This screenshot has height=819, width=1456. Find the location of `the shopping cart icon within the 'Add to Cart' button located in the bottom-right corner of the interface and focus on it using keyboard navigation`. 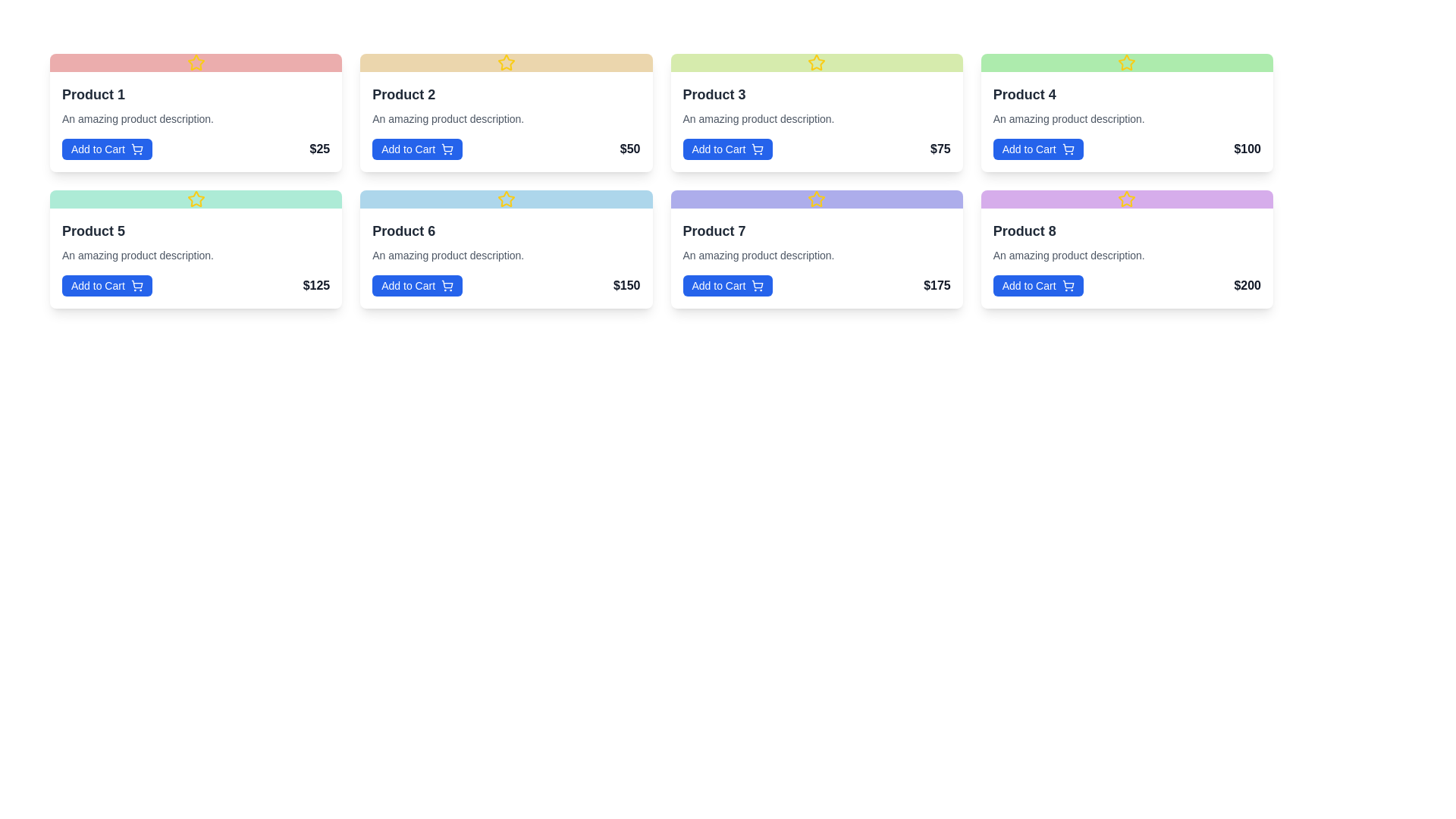

the shopping cart icon within the 'Add to Cart' button located in the bottom-right corner of the interface and focus on it using keyboard navigation is located at coordinates (1067, 284).